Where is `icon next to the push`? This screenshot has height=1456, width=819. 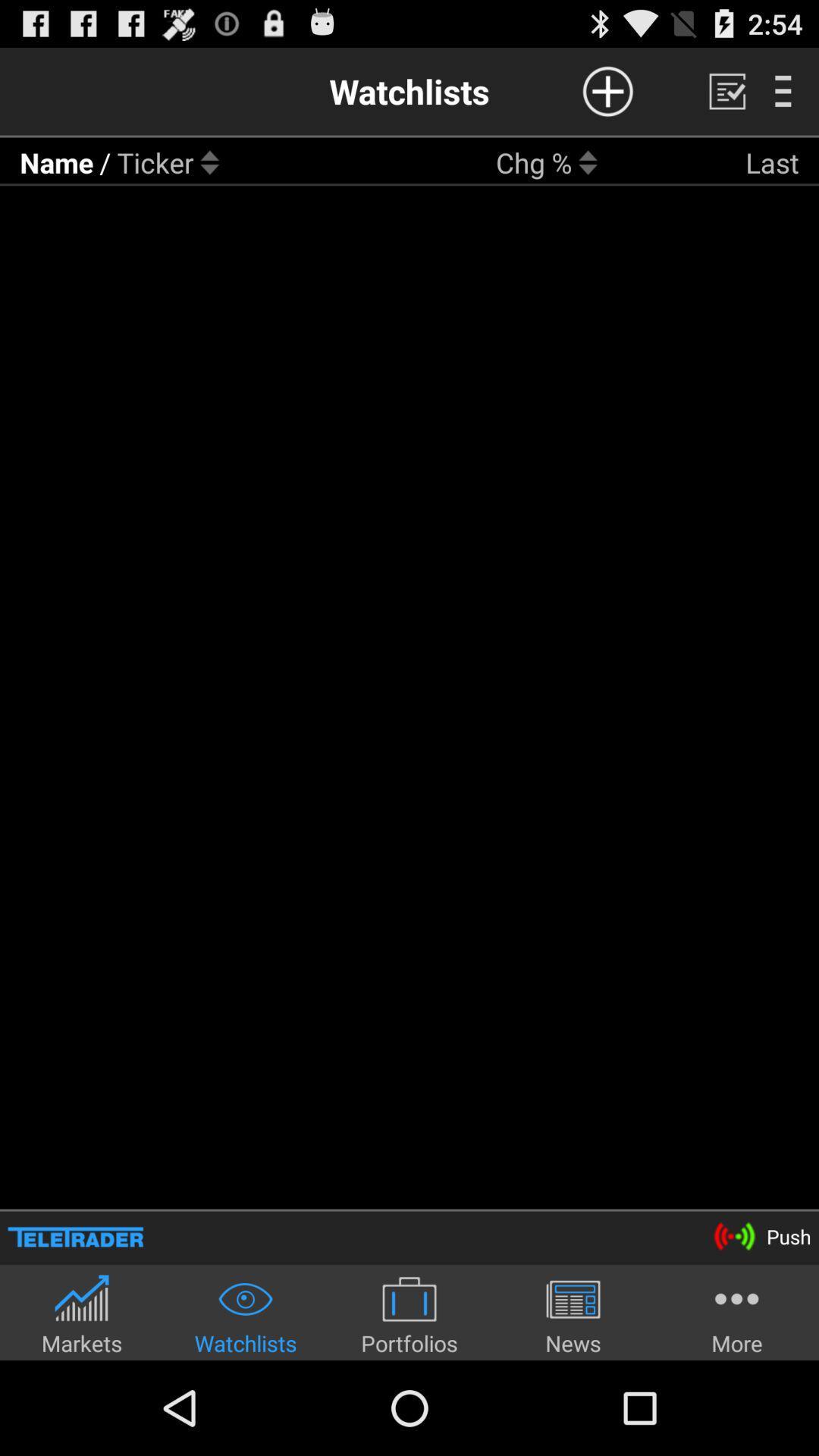 icon next to the push is located at coordinates (75, 1237).